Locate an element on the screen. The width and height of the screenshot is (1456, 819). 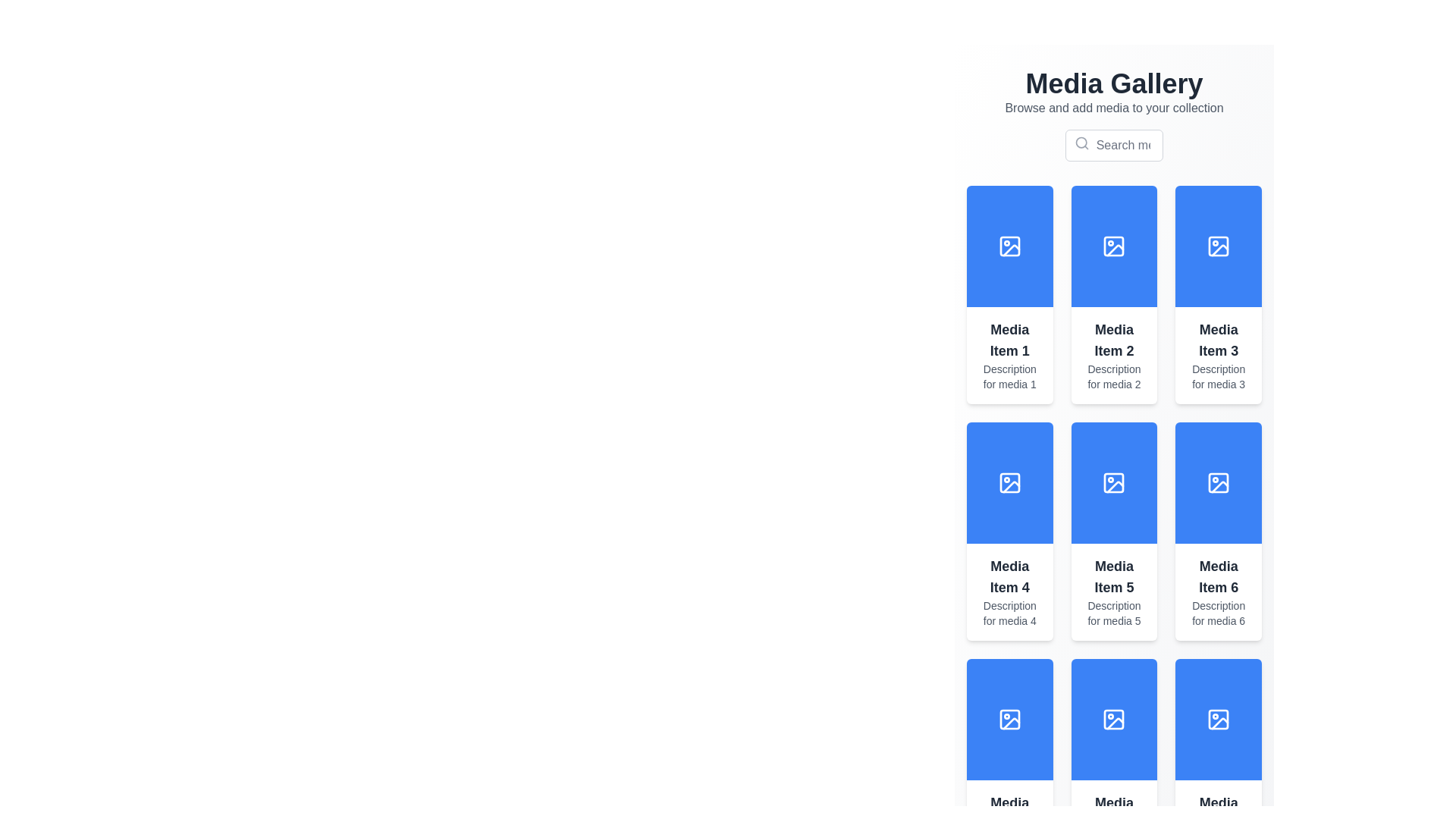
the static text label providing additional information for 'Media Item 2', located directly below the heading in the second card of the grid layout is located at coordinates (1114, 376).